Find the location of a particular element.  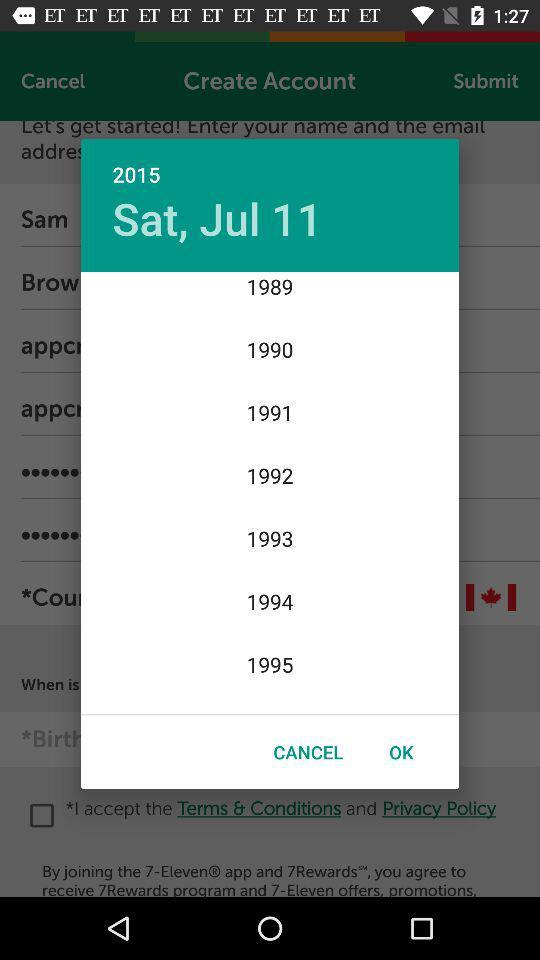

the ok icon is located at coordinates (401, 751).